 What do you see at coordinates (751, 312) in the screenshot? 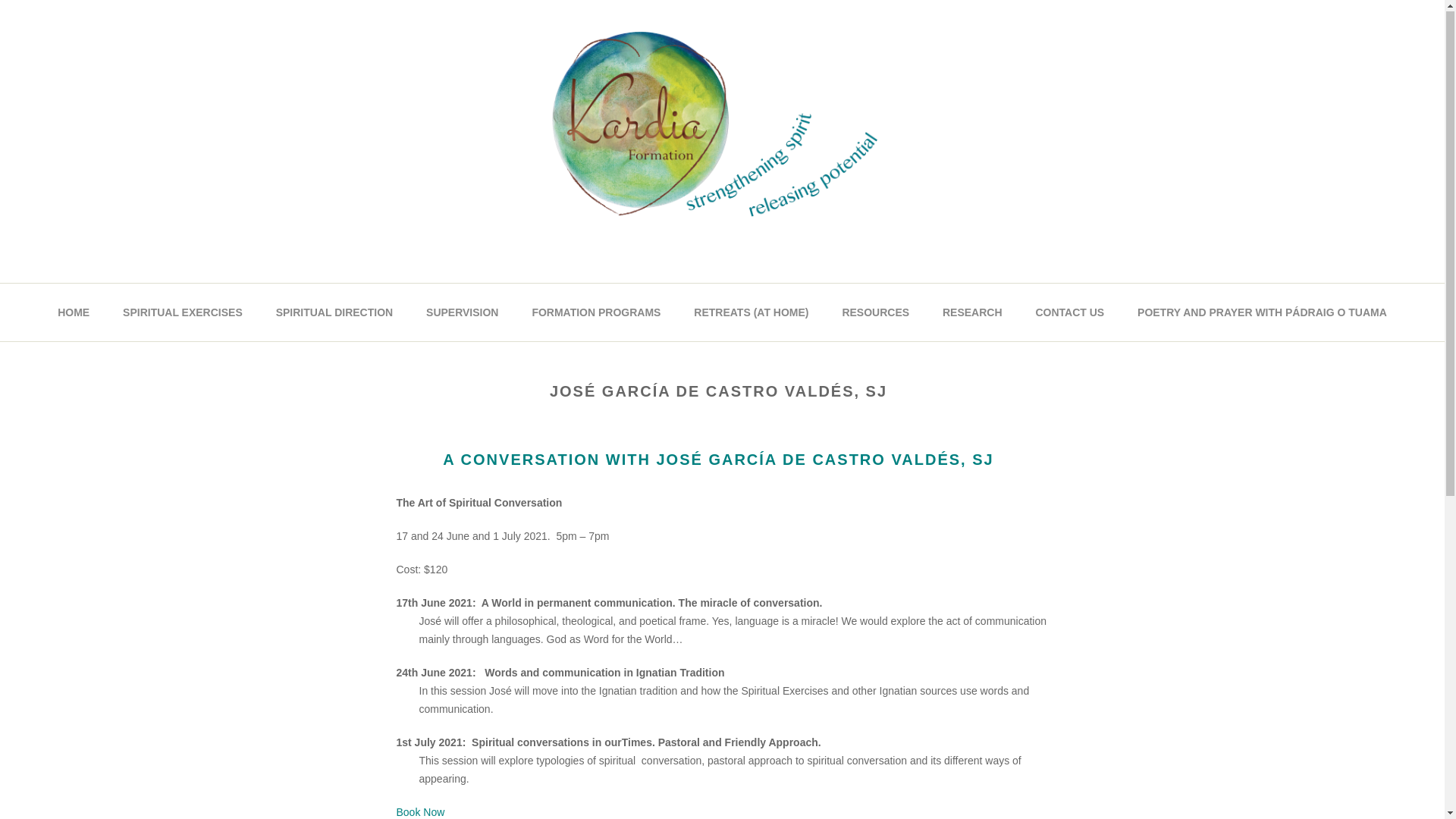
I see `'RETREATS (AT HOME)'` at bounding box center [751, 312].